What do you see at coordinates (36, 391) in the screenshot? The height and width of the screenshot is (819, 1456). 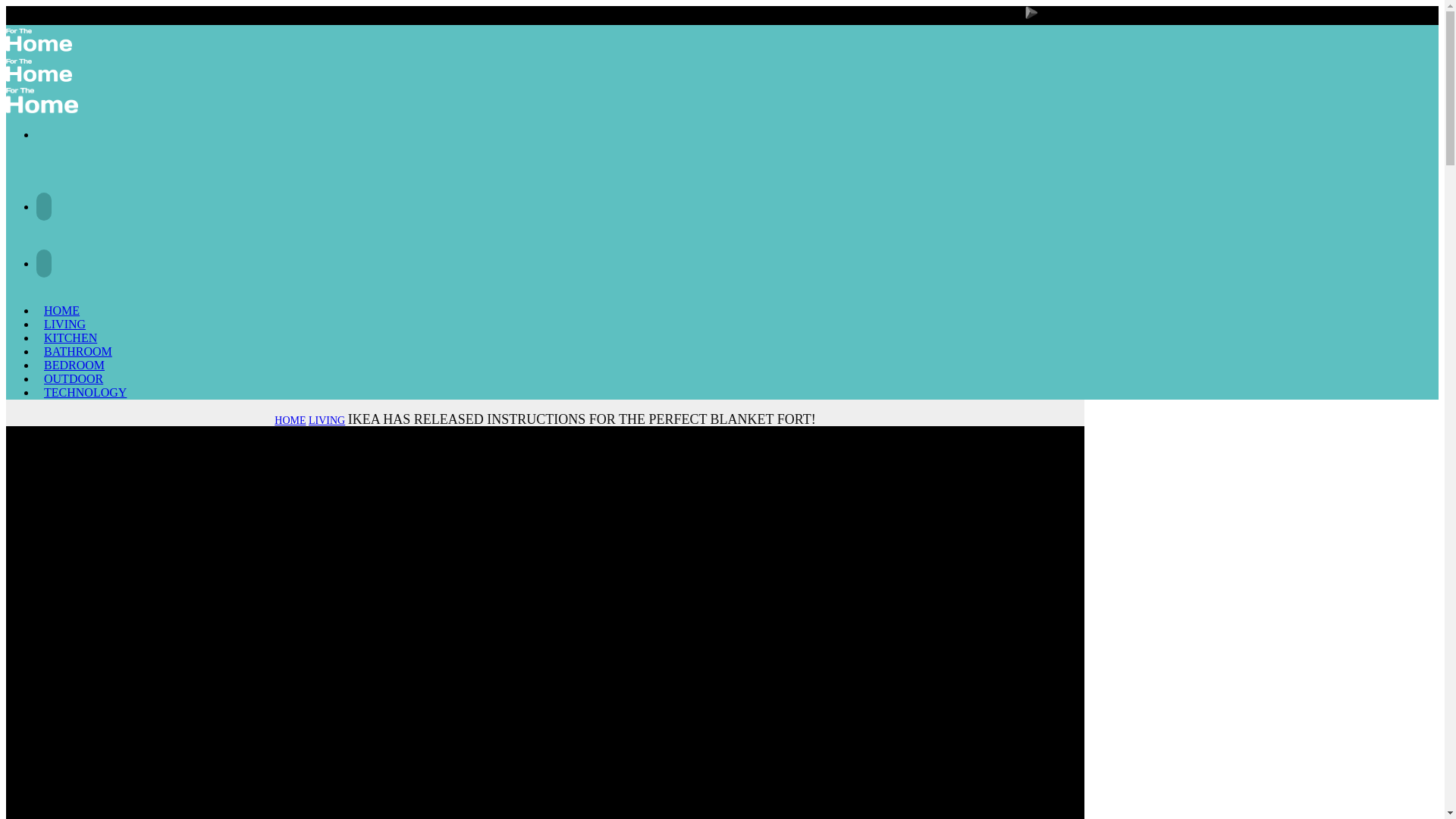 I see `'TECHNOLOGY'` at bounding box center [36, 391].